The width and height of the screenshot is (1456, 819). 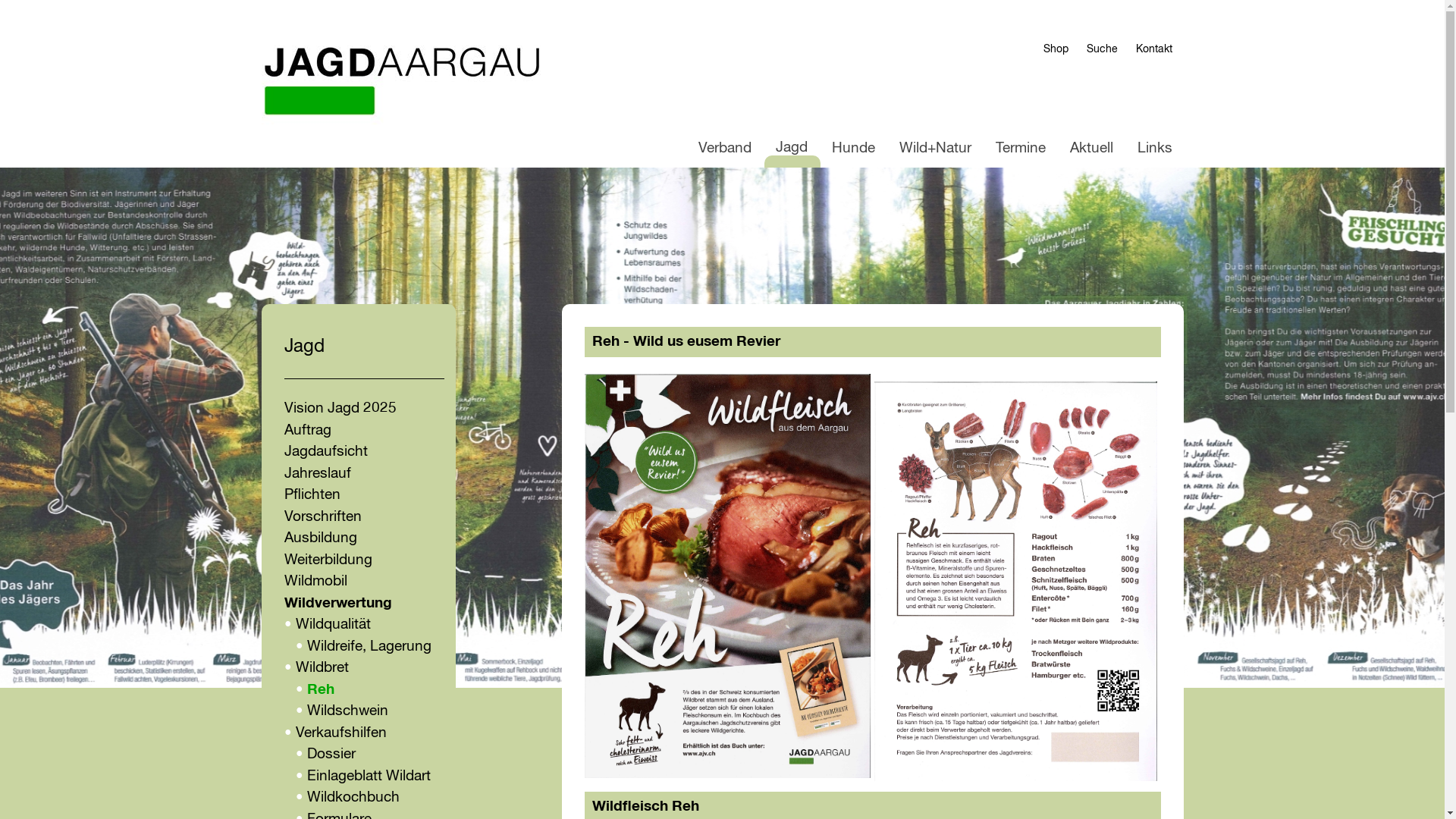 I want to click on 'Dossier', so click(x=305, y=754).